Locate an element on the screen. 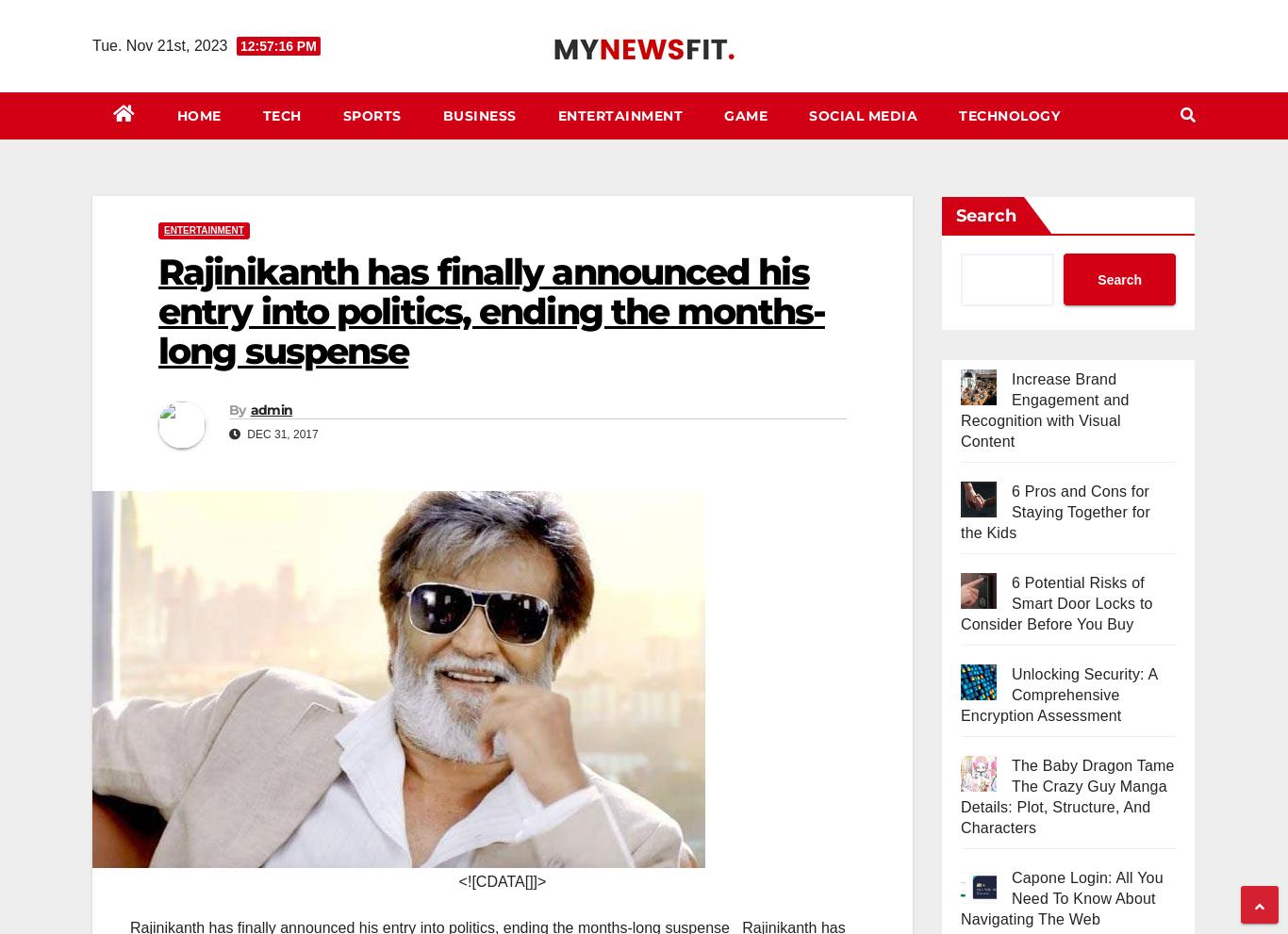 This screenshot has height=934, width=1288. '6 Potential Risks of Smart Door Locks to Consider Before You Buy' is located at coordinates (1055, 602).